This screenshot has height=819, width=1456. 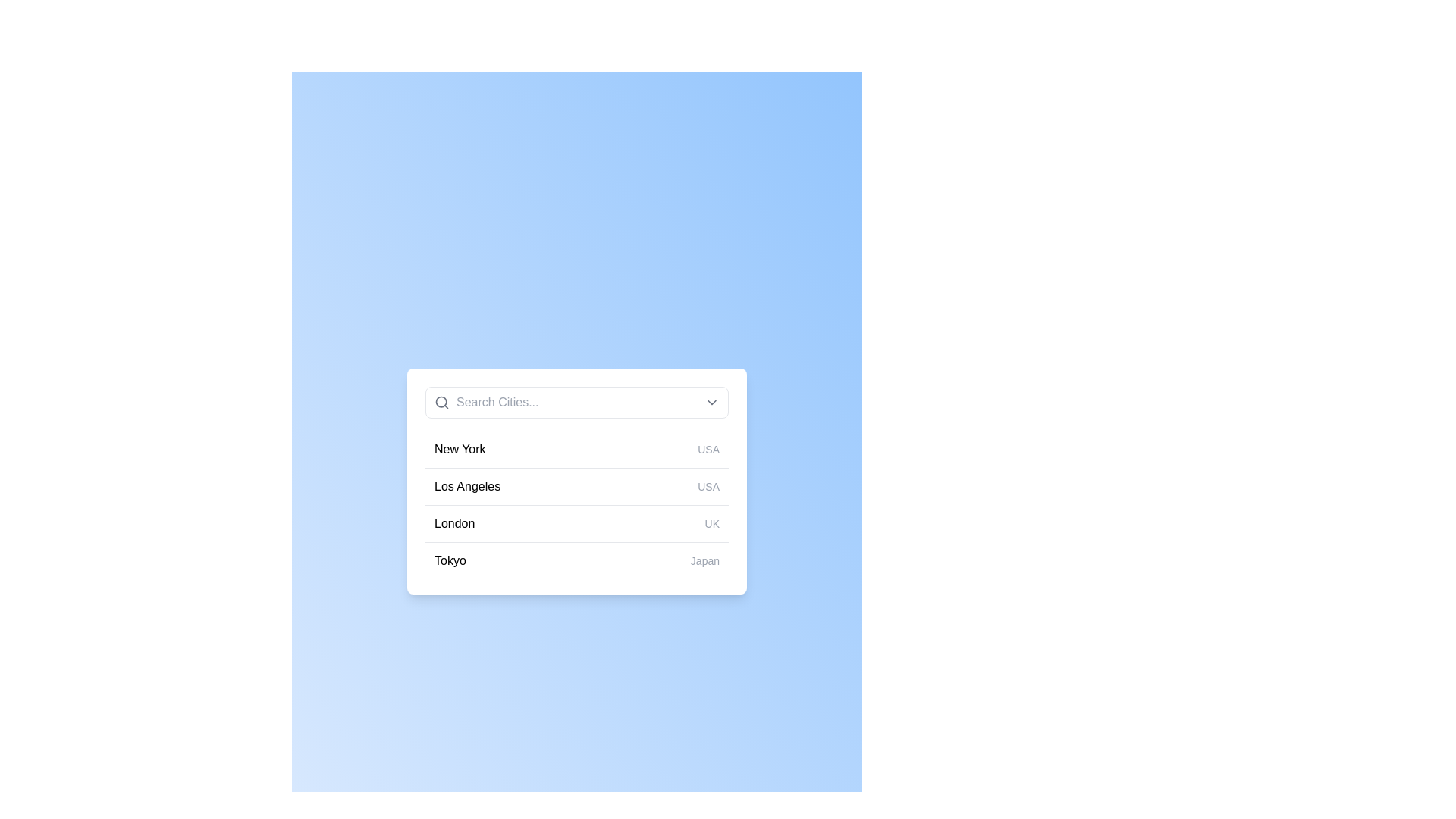 What do you see at coordinates (459, 449) in the screenshot?
I see `the 'New York' text label, which is the first selectable option in the dropdown list` at bounding box center [459, 449].